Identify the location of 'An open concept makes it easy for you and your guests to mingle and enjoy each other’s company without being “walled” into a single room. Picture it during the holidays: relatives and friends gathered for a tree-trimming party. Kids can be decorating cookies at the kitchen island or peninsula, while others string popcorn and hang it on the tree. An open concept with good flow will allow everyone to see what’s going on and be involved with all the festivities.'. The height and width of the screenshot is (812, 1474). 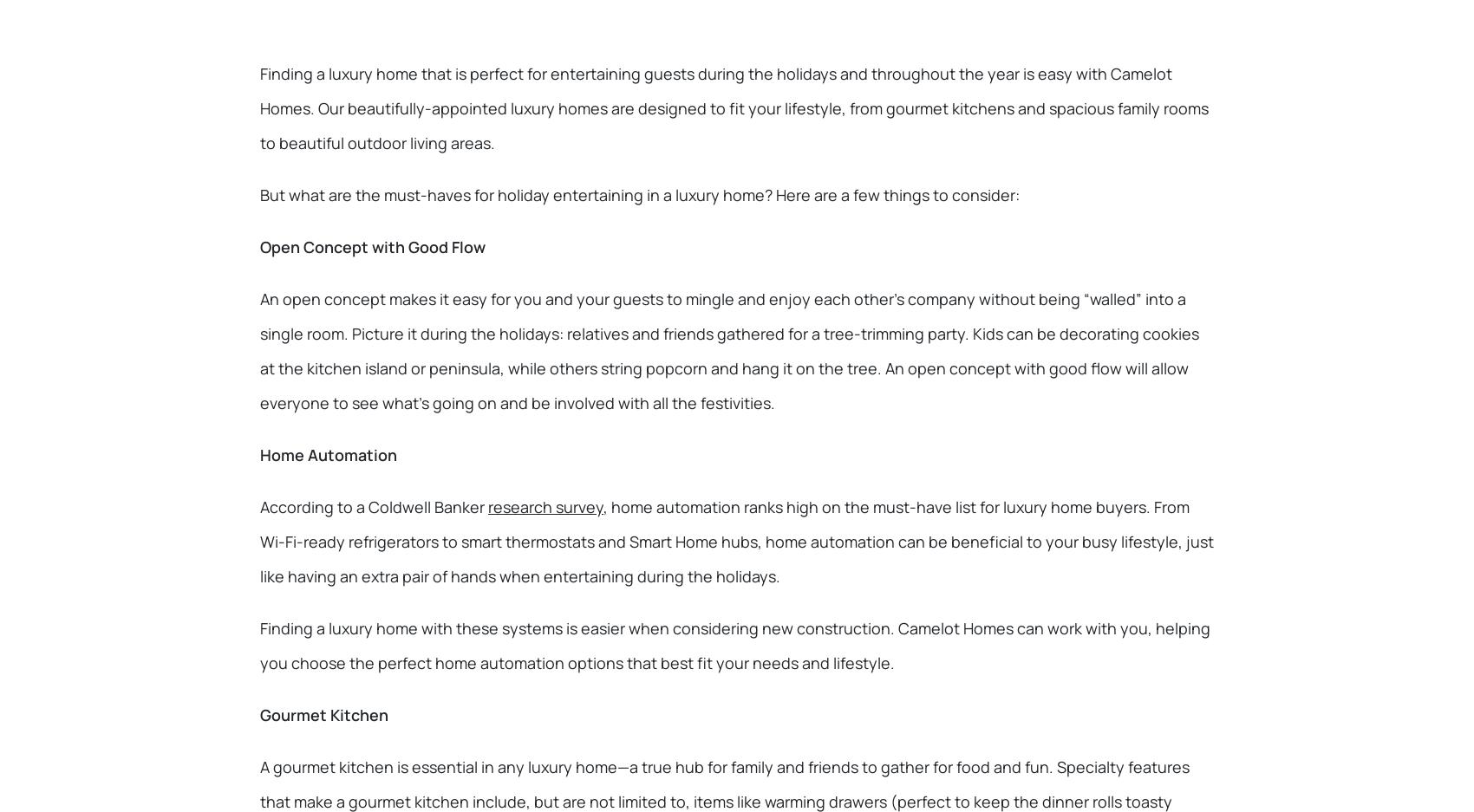
(728, 350).